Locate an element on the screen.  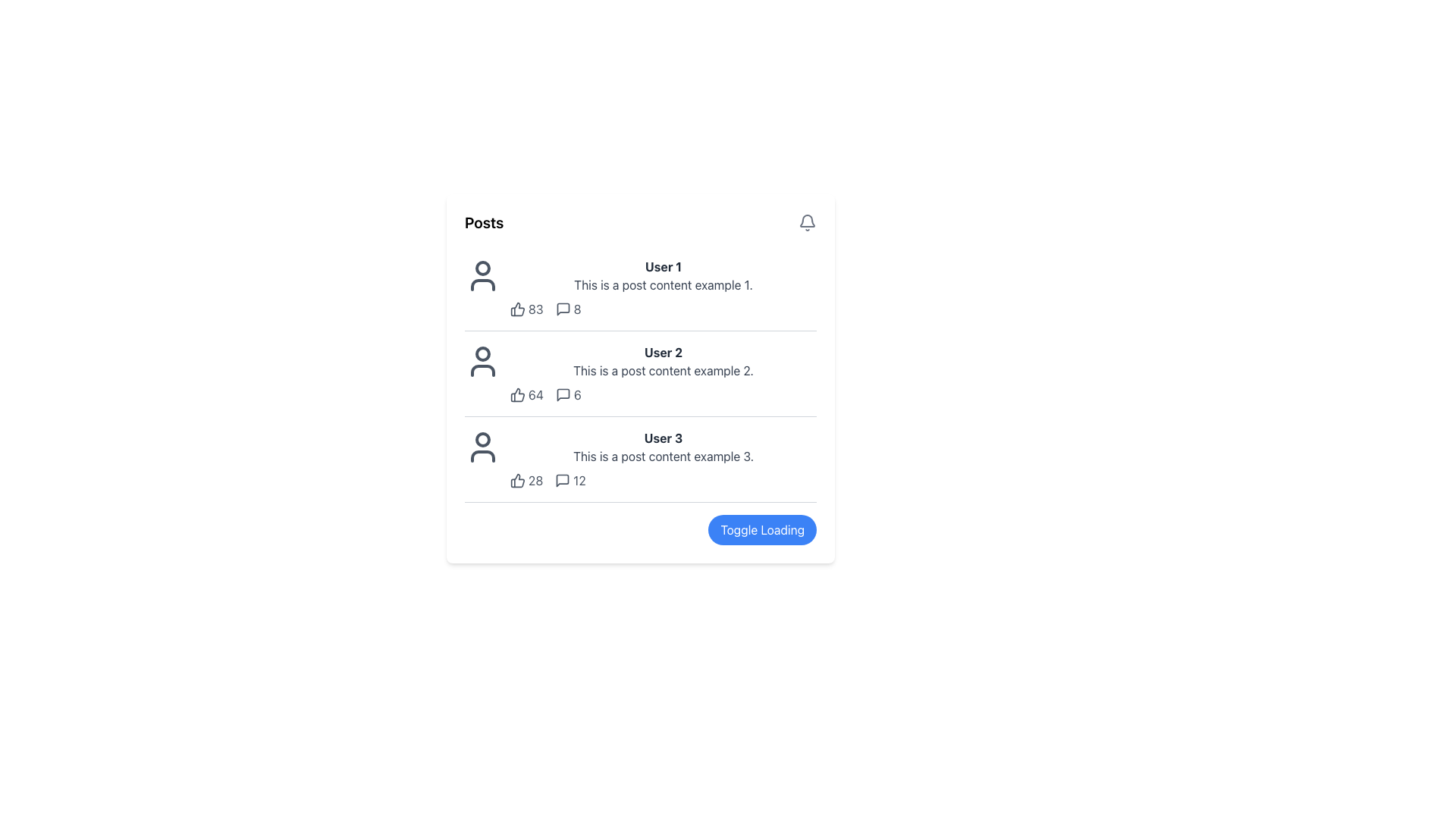
the text label displaying the total count of likes for the third post, positioned to the right of the thumbs-up icon is located at coordinates (535, 480).